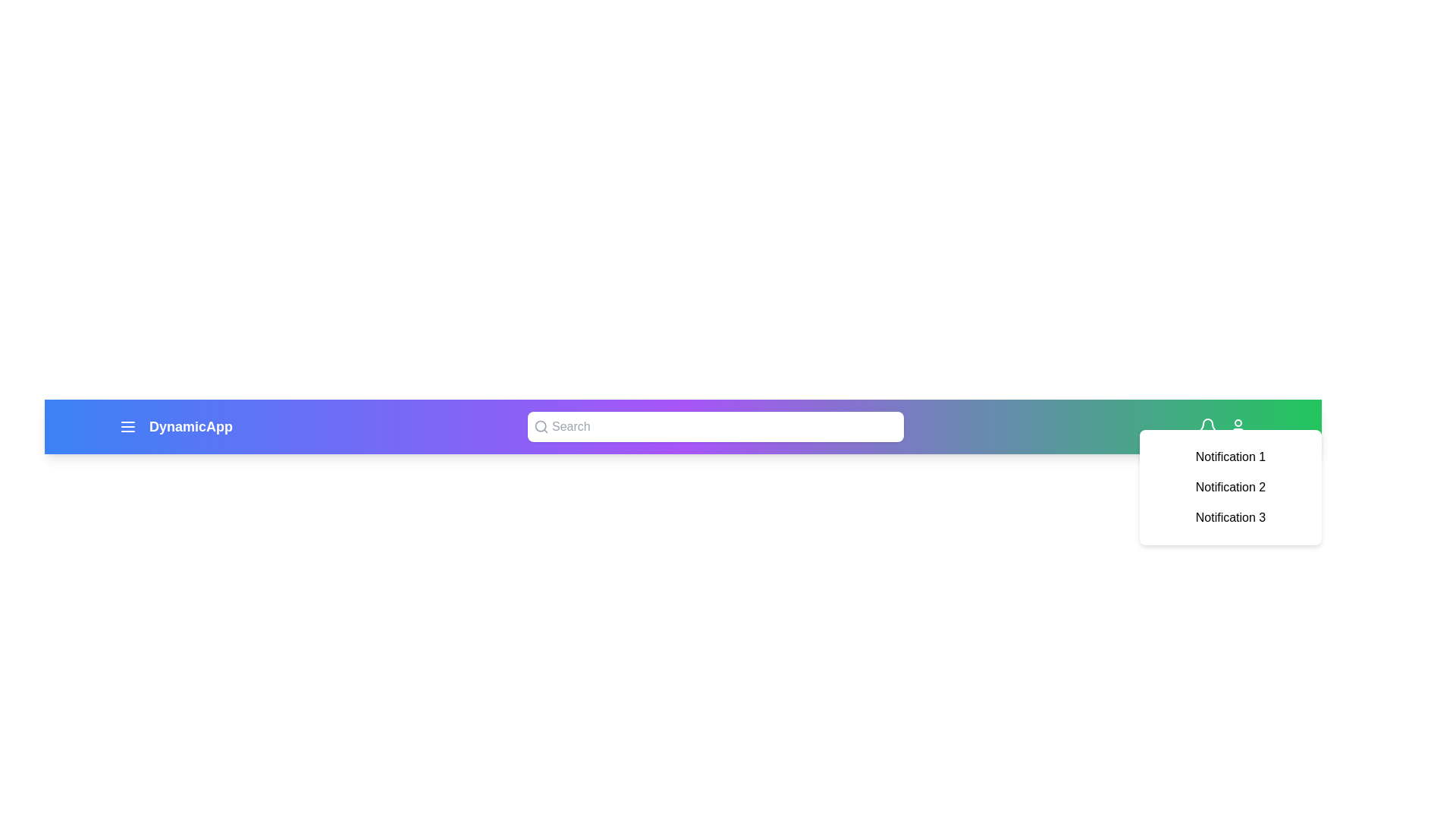 This screenshot has height=819, width=1456. What do you see at coordinates (1238, 427) in the screenshot?
I see `the user profile icon to open account options` at bounding box center [1238, 427].